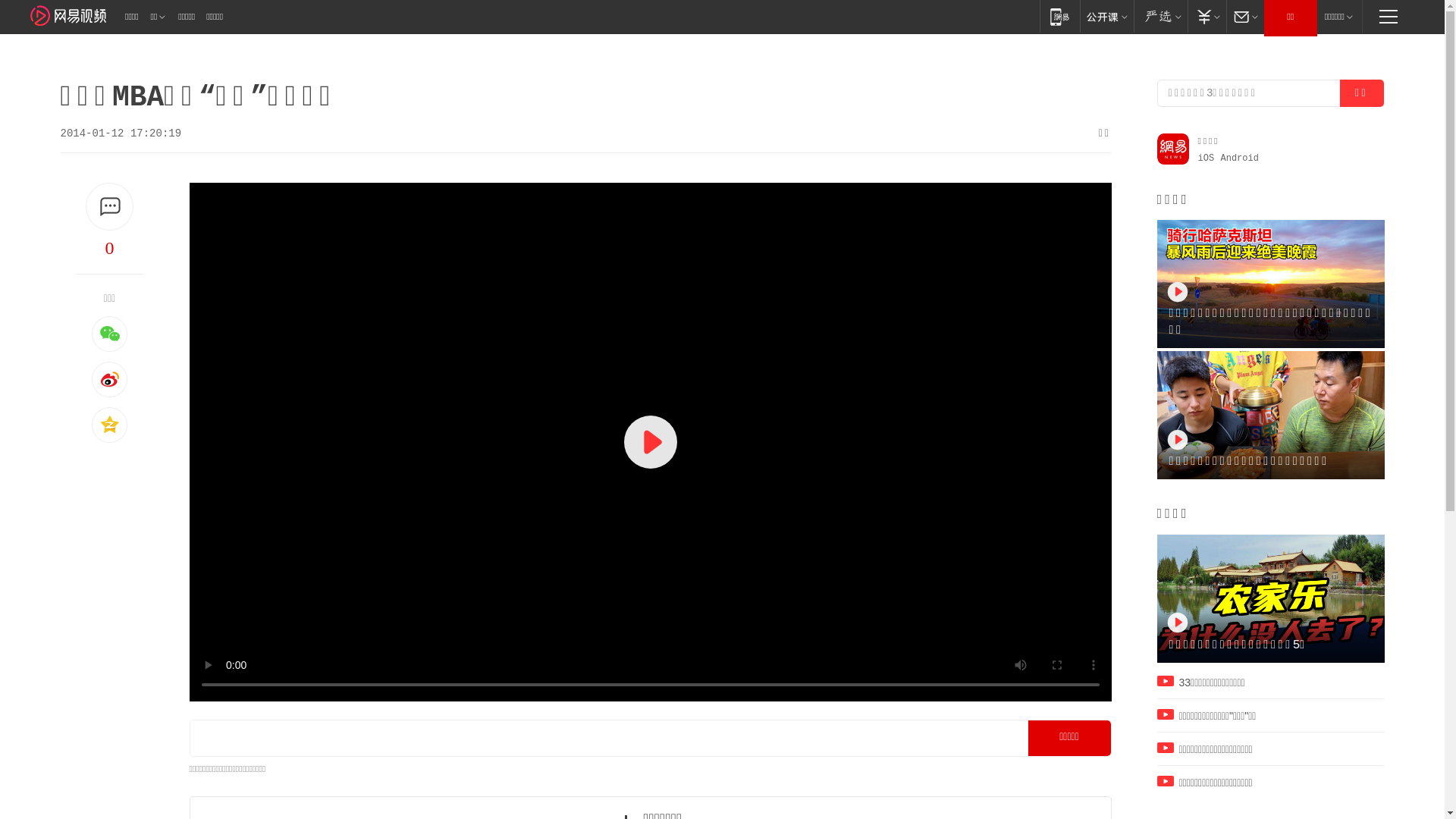 The image size is (1456, 819). What do you see at coordinates (1240, 158) in the screenshot?
I see `'Android'` at bounding box center [1240, 158].